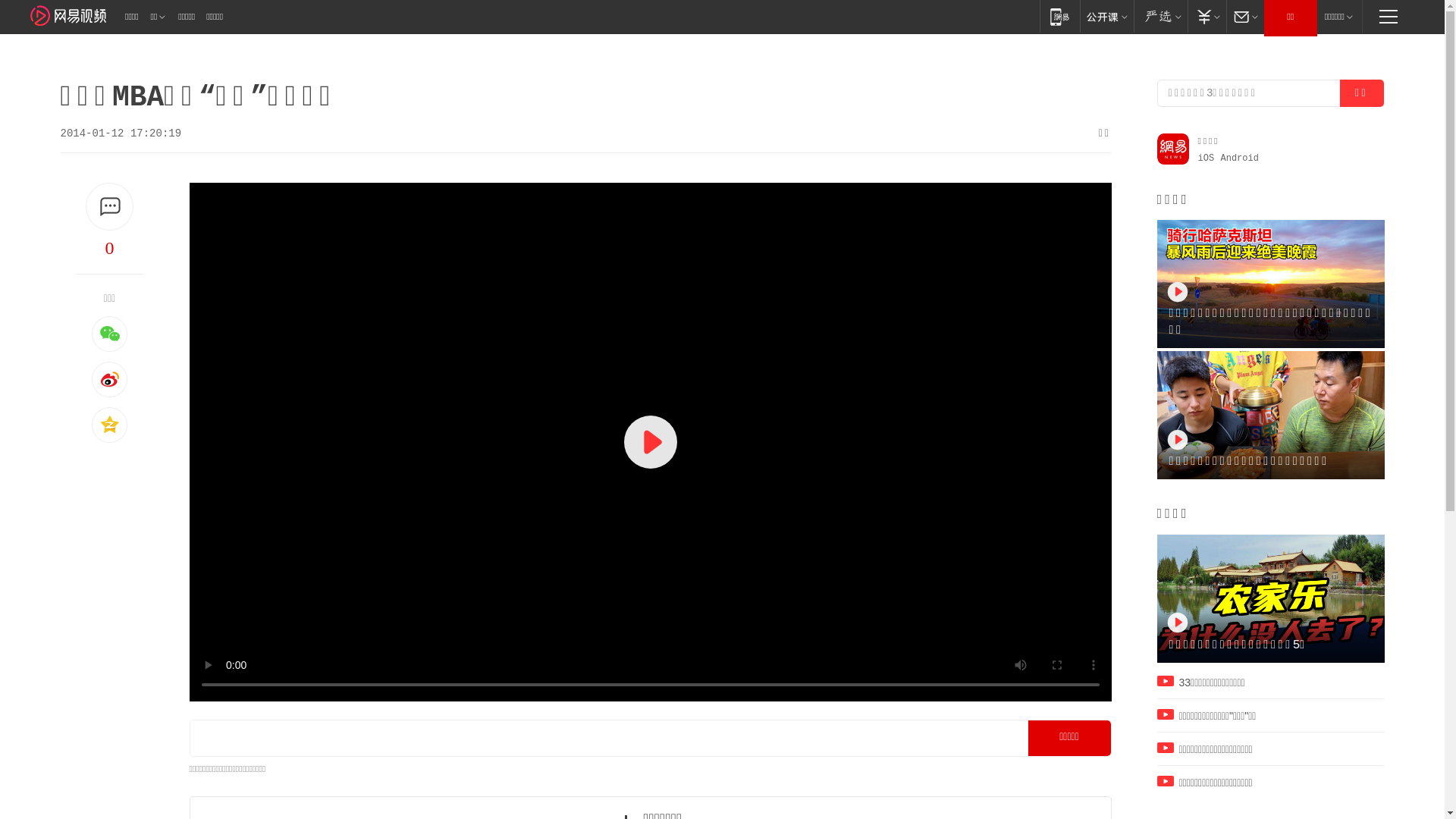 The image size is (1456, 819). What do you see at coordinates (1240, 158) in the screenshot?
I see `'Android'` at bounding box center [1240, 158].